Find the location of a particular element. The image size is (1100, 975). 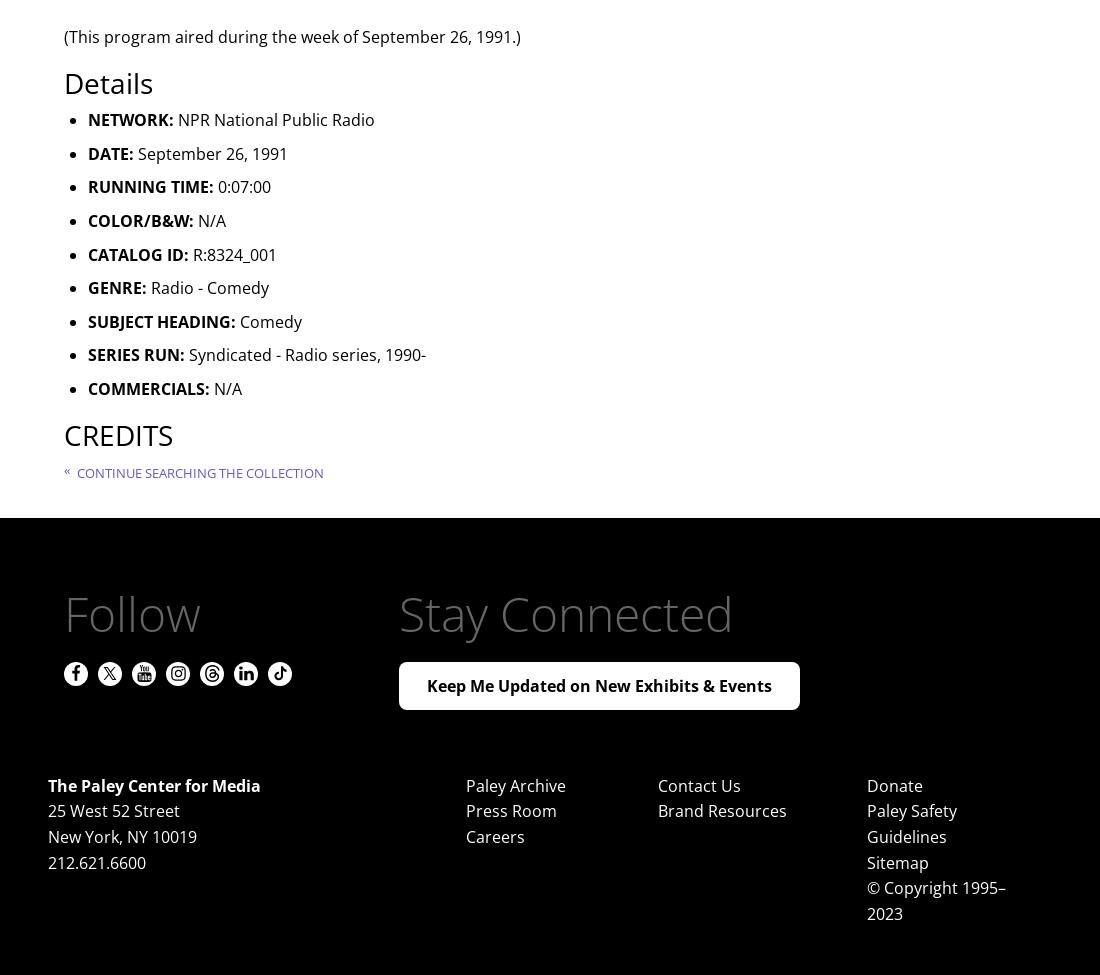

'Paley Archive' is located at coordinates (463, 784).